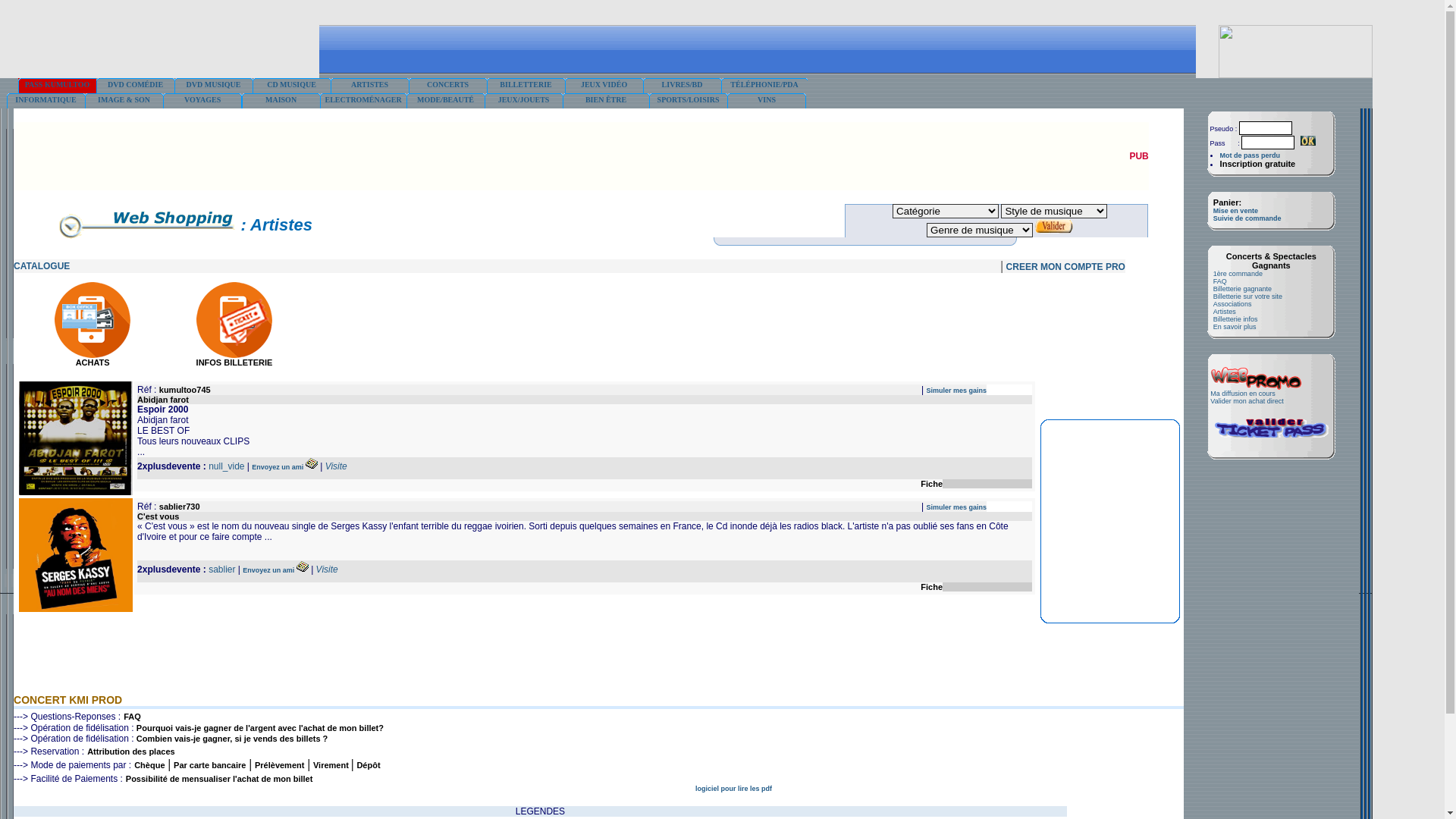  Describe the element at coordinates (1232, 304) in the screenshot. I see `'Associations'` at that location.